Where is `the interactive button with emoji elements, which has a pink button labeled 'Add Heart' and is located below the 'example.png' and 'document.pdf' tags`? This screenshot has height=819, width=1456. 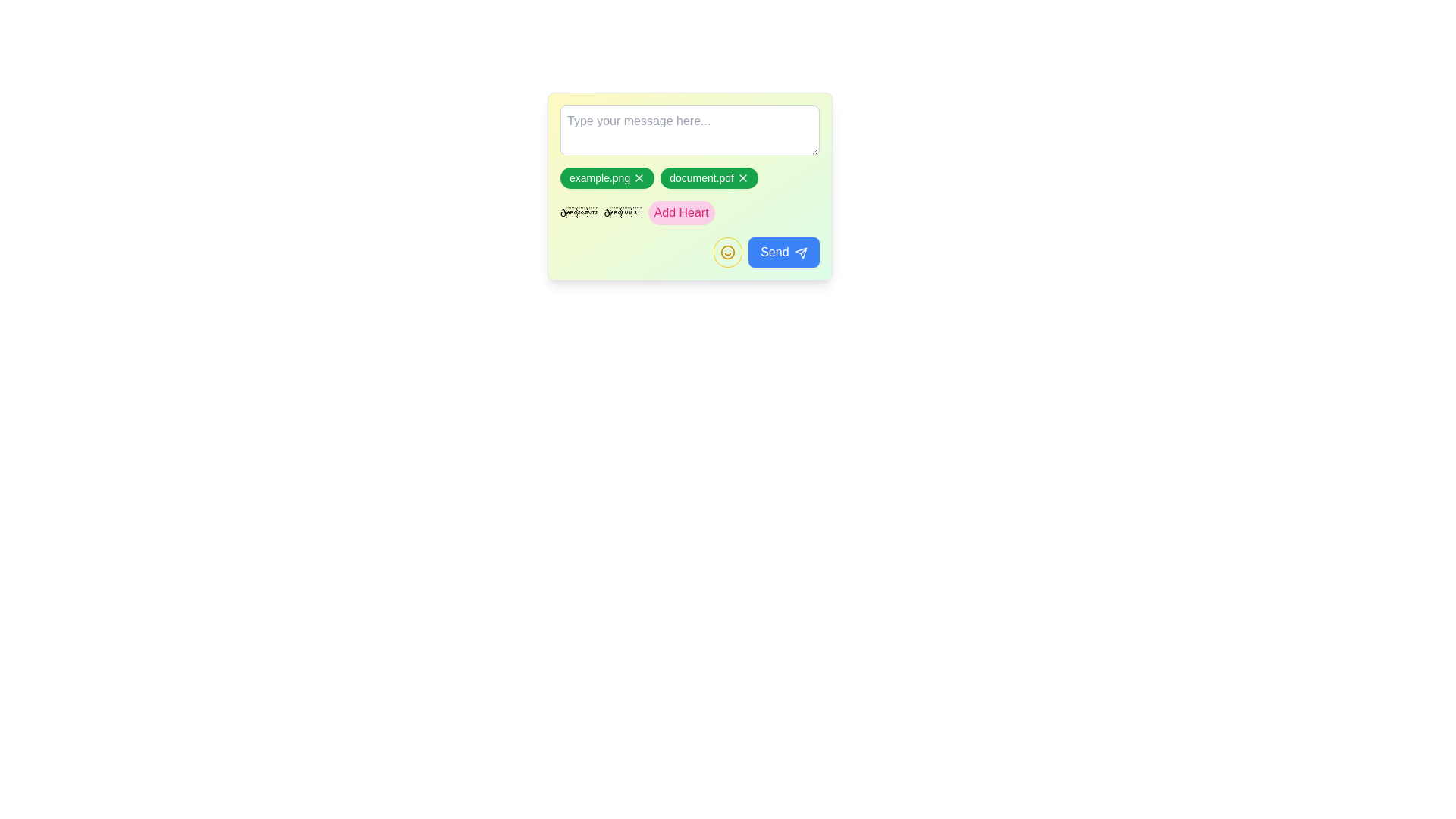
the interactive button with emoji elements, which has a pink button labeled 'Add Heart' and is located below the 'example.png' and 'document.pdf' tags is located at coordinates (689, 213).